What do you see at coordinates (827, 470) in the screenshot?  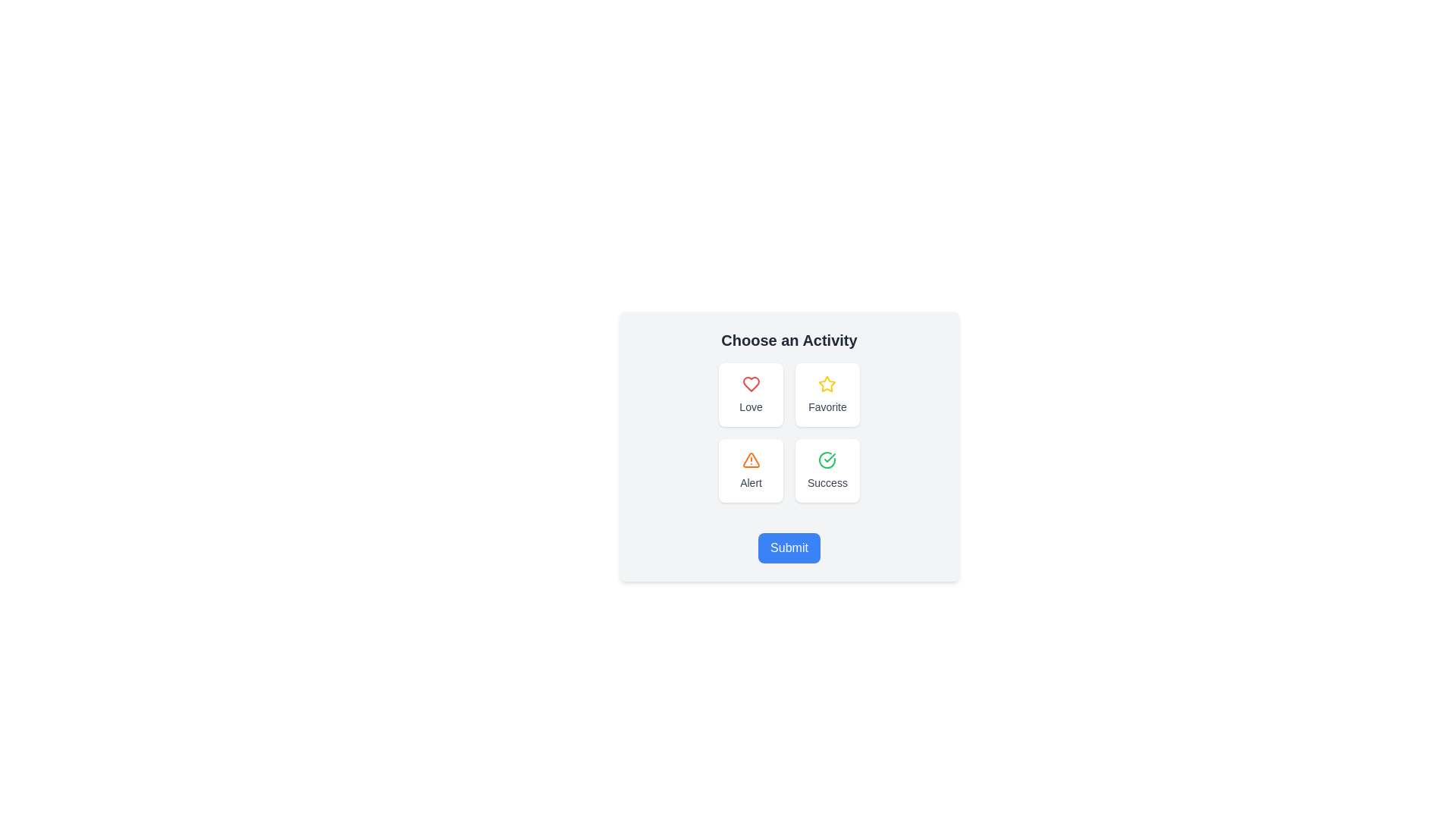 I see `the 'Success' Card Button located in the bottom-right position of the 2x2 grid layout under the title 'Choose an Activity.'` at bounding box center [827, 470].